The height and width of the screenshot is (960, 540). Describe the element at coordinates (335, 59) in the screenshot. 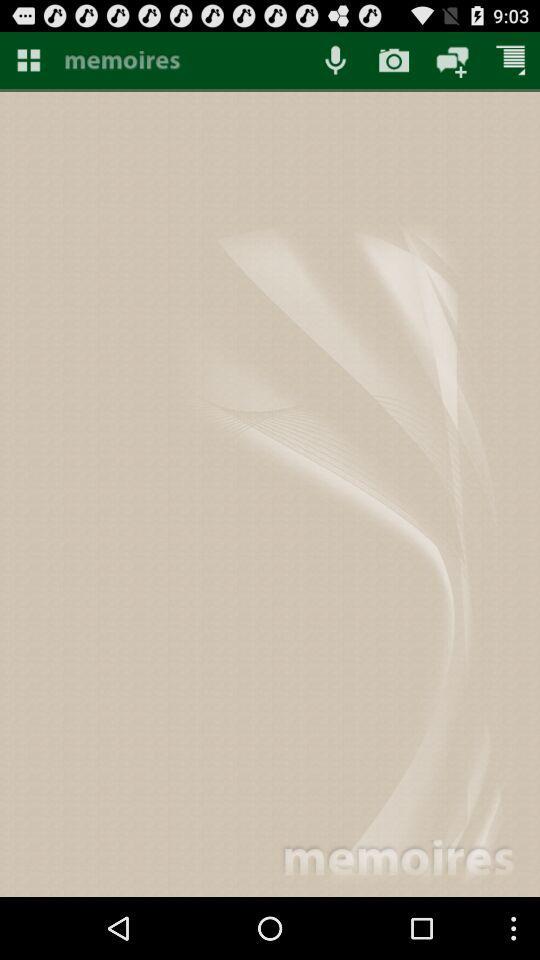

I see `turn on microphone` at that location.